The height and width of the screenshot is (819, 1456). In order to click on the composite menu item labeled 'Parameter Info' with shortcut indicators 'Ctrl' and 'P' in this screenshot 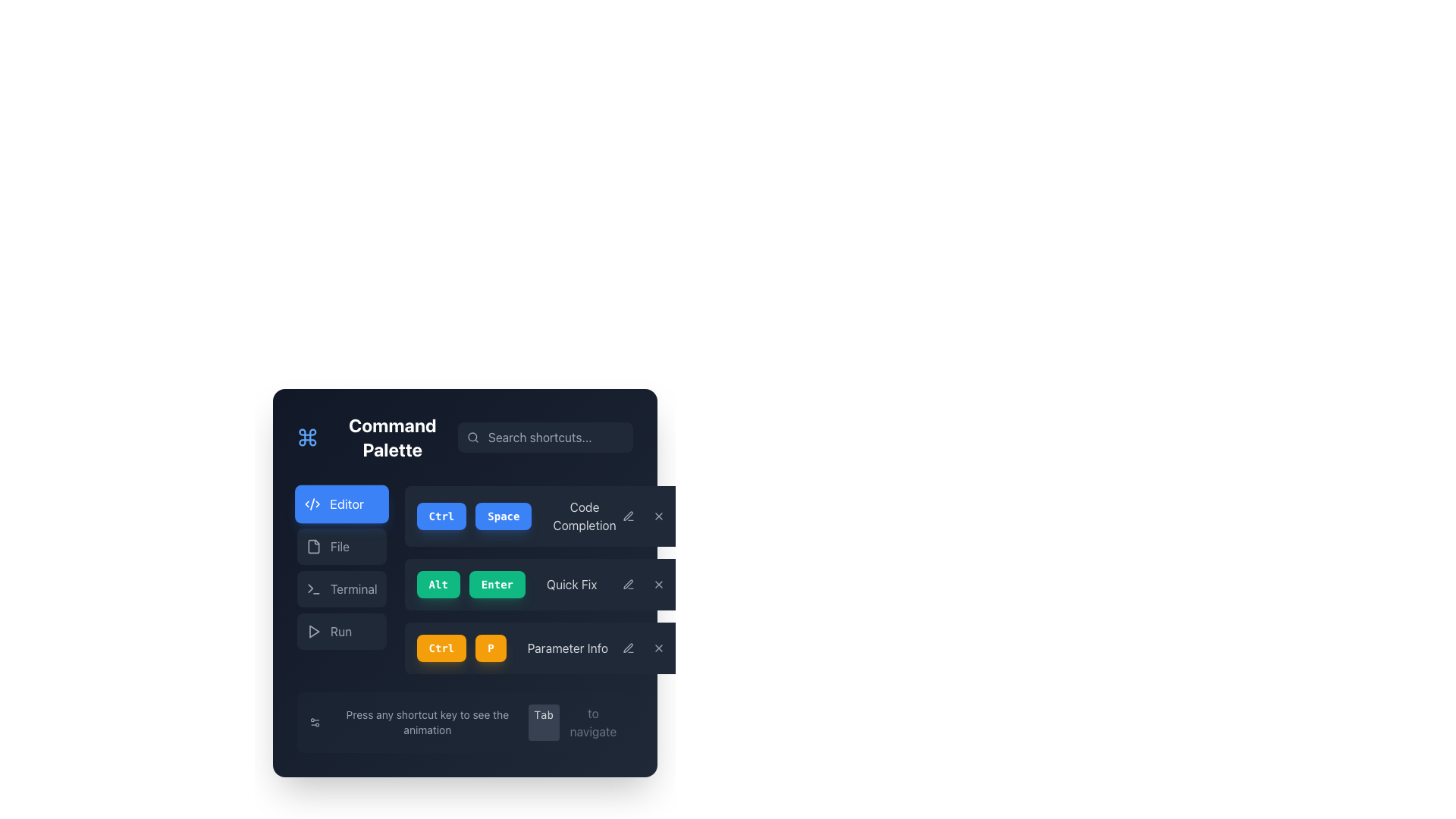, I will do `click(512, 648)`.